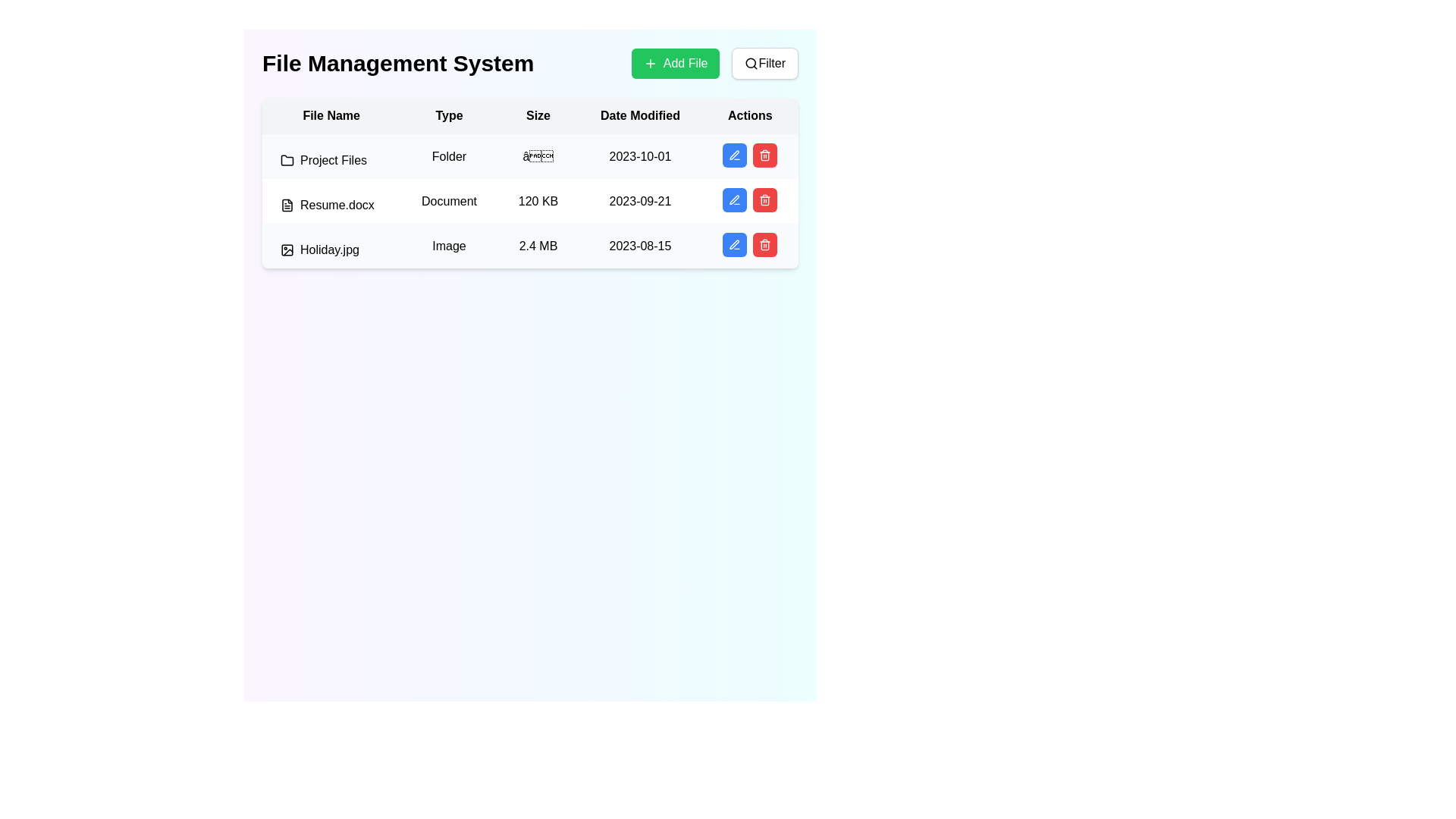 The image size is (1456, 819). Describe the element at coordinates (538, 115) in the screenshot. I see `the 'Size' header label` at that location.